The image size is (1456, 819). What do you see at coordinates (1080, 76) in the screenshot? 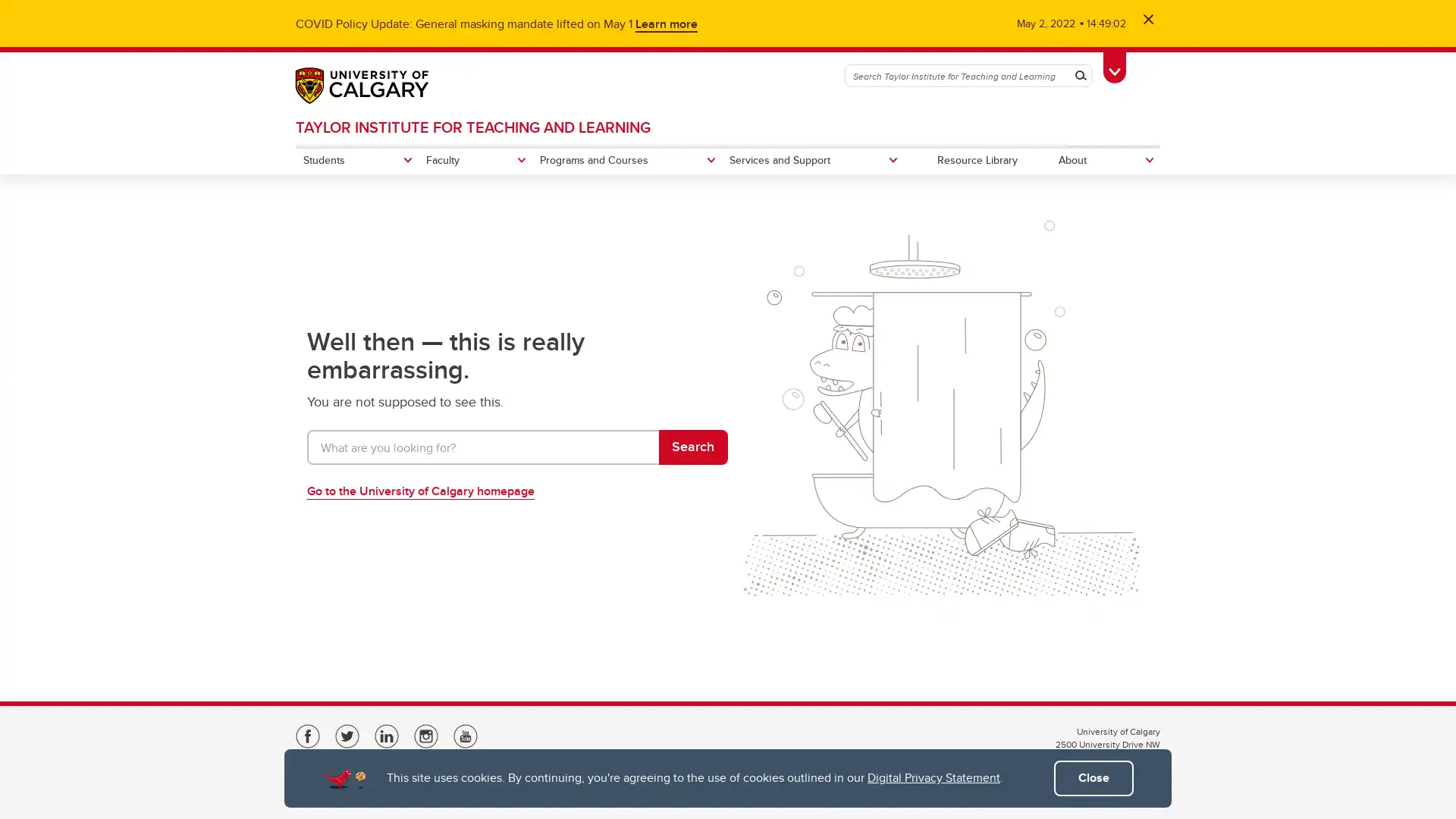
I see `Search` at bounding box center [1080, 76].